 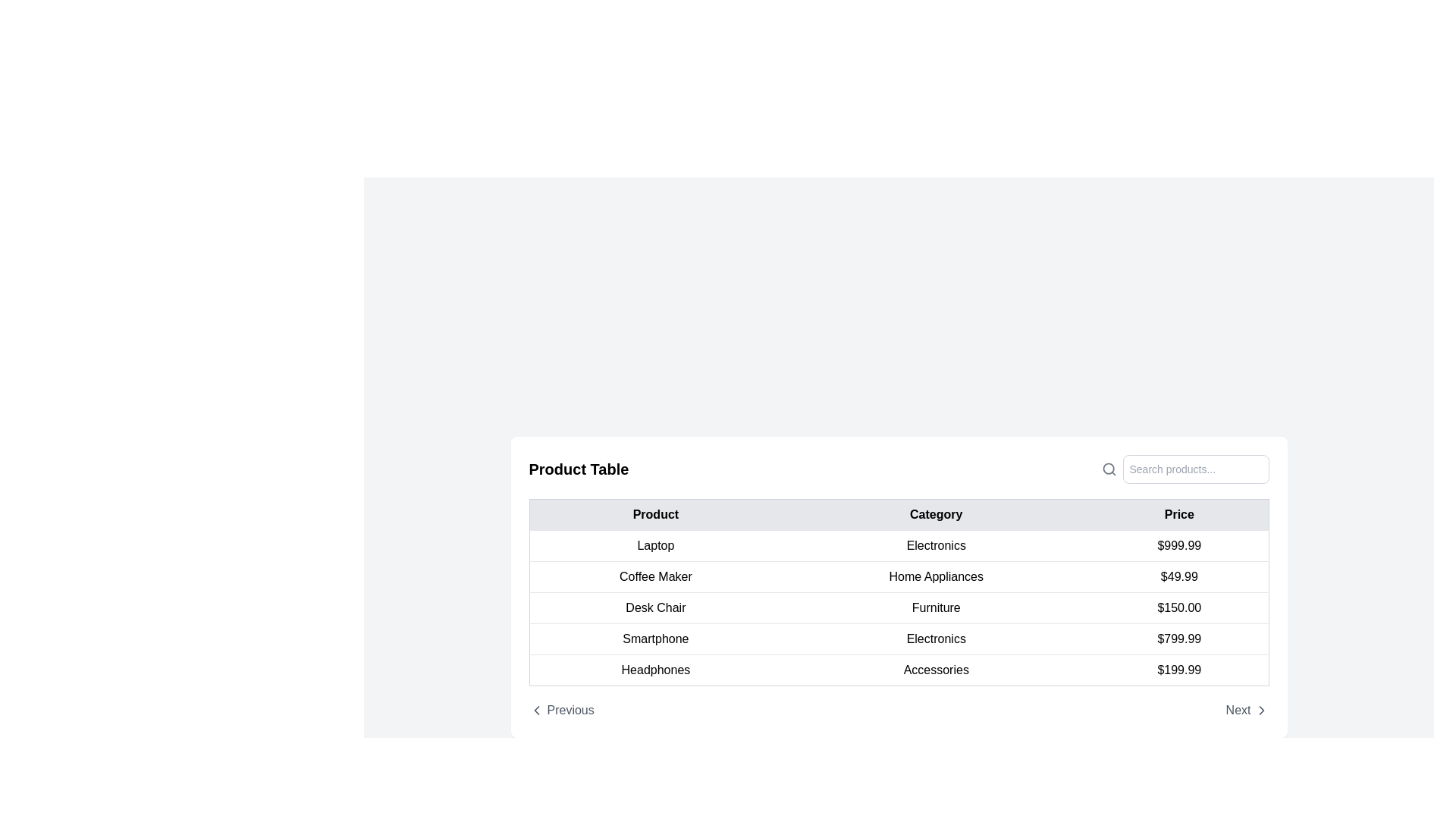 I want to click on information presented in the table row displaying 'Desk Chair', 'Furniture', and '$150.00', which is positioned between the 'Coffee Maker' and 'Smartphone' rows, so click(x=899, y=607).